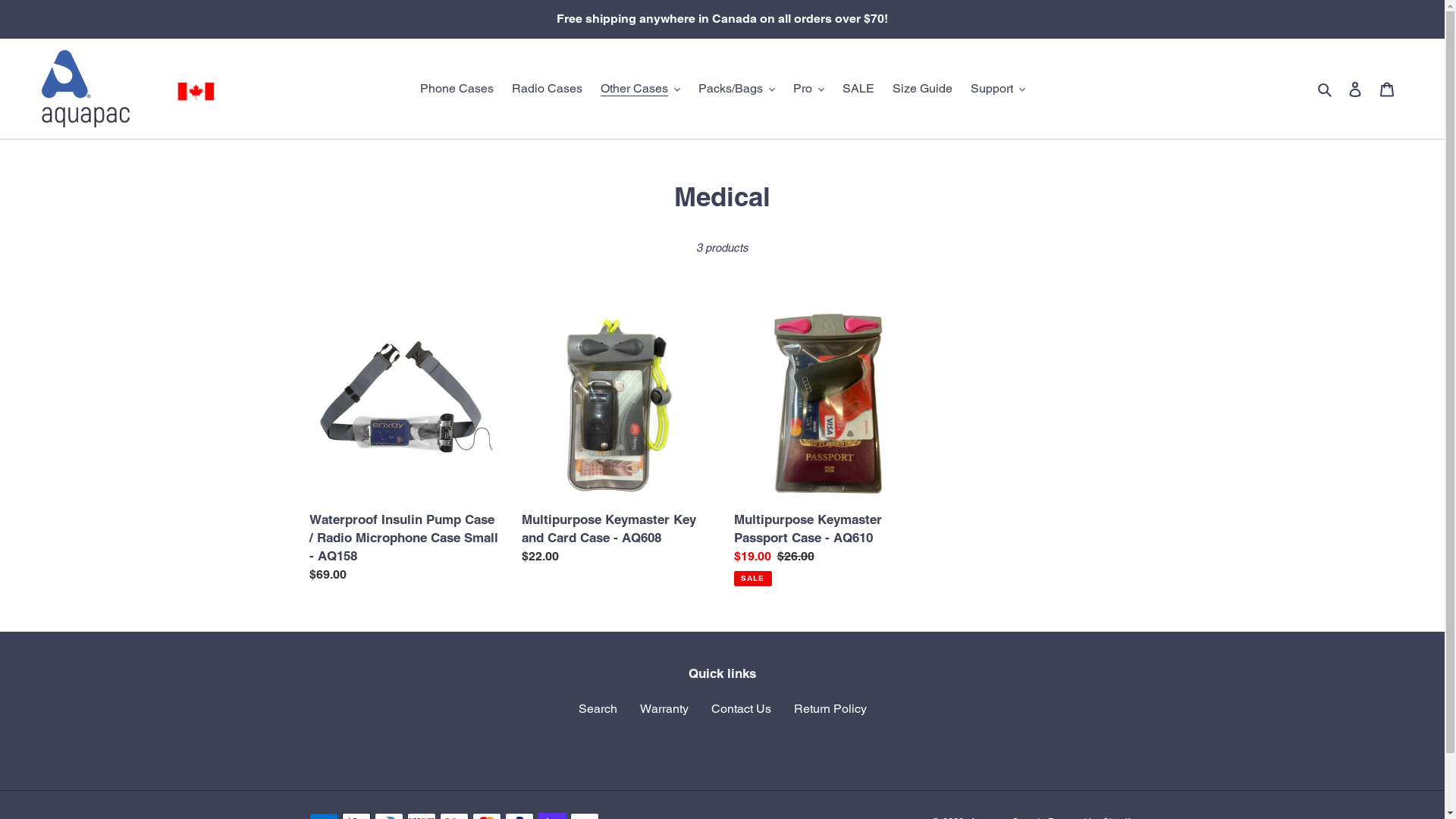 This screenshot has width=1456, height=819. What do you see at coordinates (412, 88) in the screenshot?
I see `'Phone Cases'` at bounding box center [412, 88].